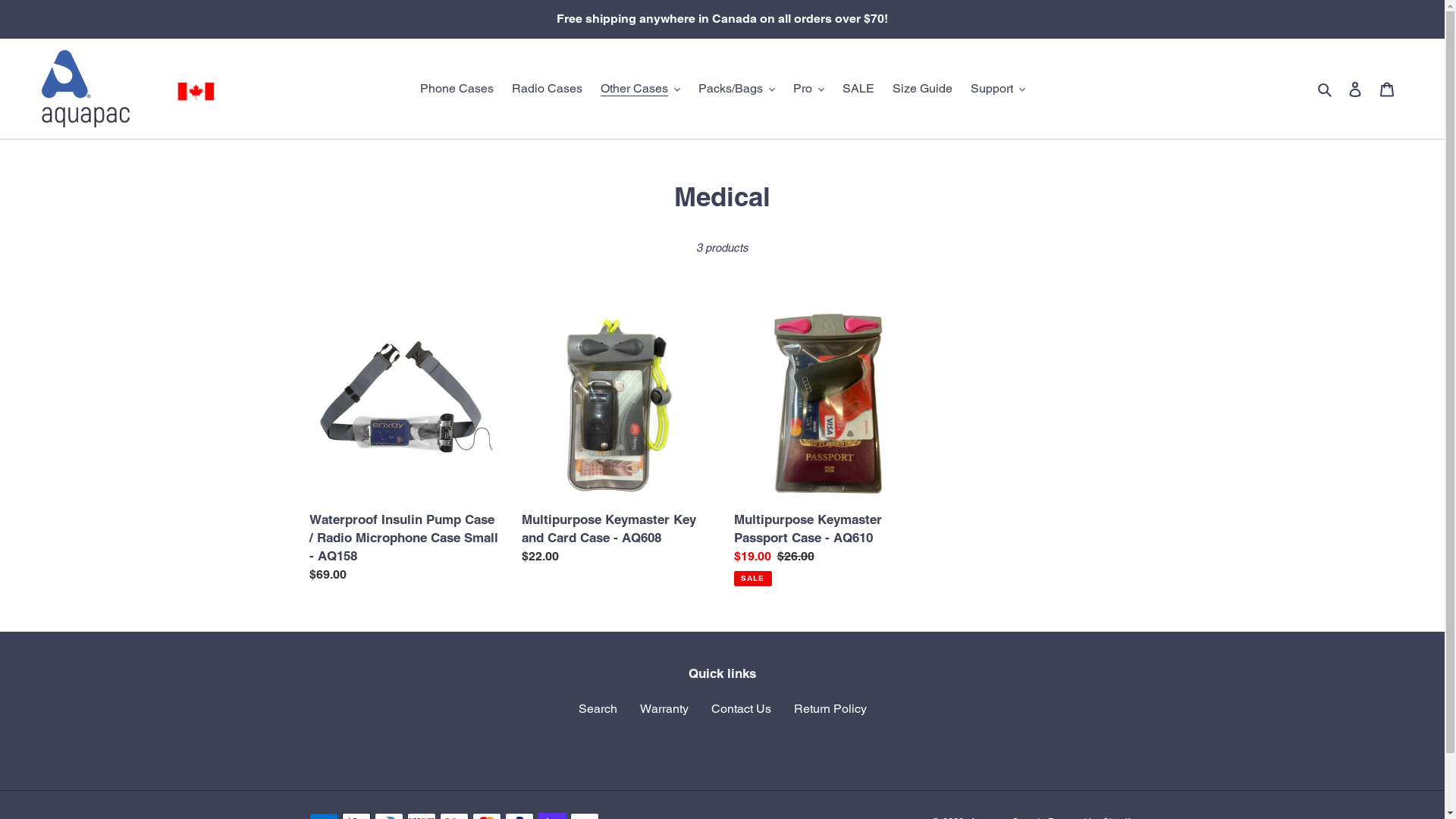 This screenshot has width=1456, height=819. What do you see at coordinates (412, 88) in the screenshot?
I see `'Phone Cases'` at bounding box center [412, 88].